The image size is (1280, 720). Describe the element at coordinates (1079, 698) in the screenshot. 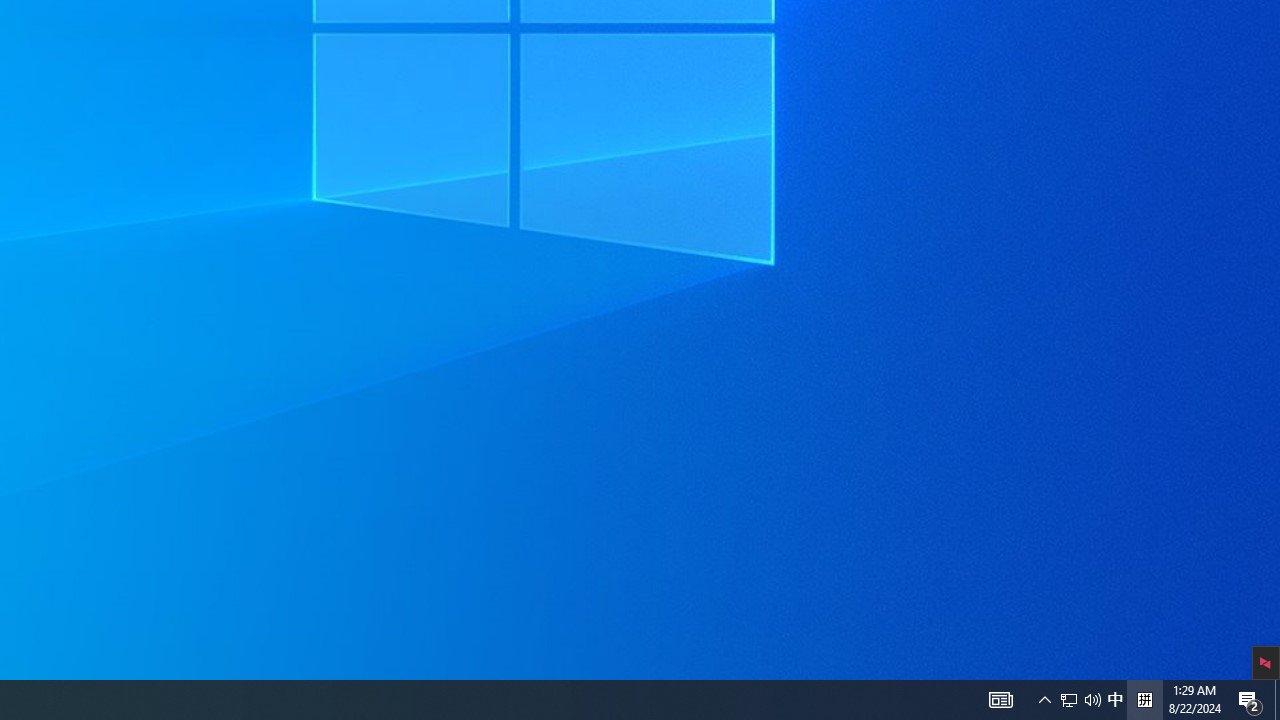

I see `'User Promoted Notification Area'` at that location.